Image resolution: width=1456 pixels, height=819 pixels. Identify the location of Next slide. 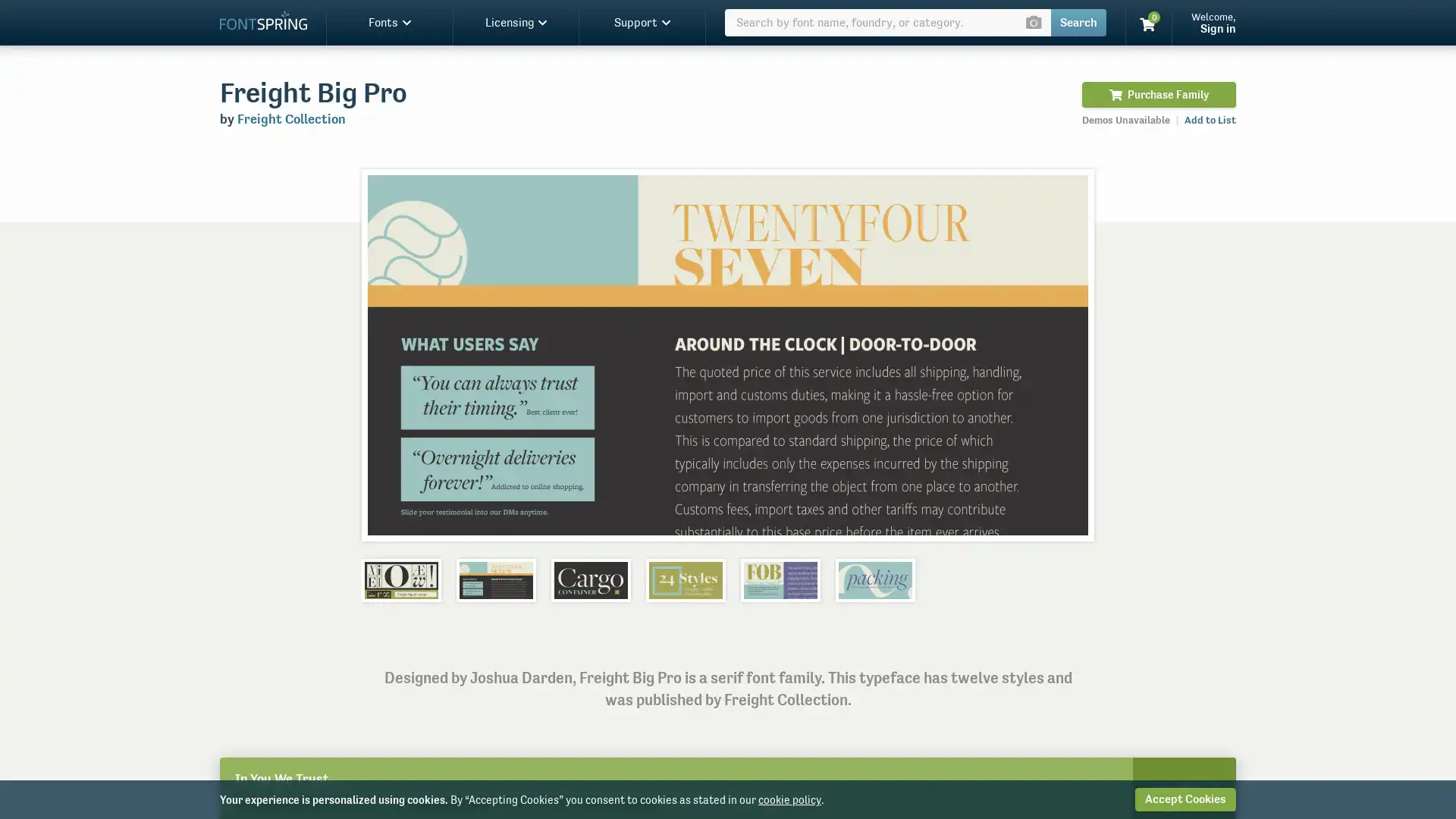
(1065, 354).